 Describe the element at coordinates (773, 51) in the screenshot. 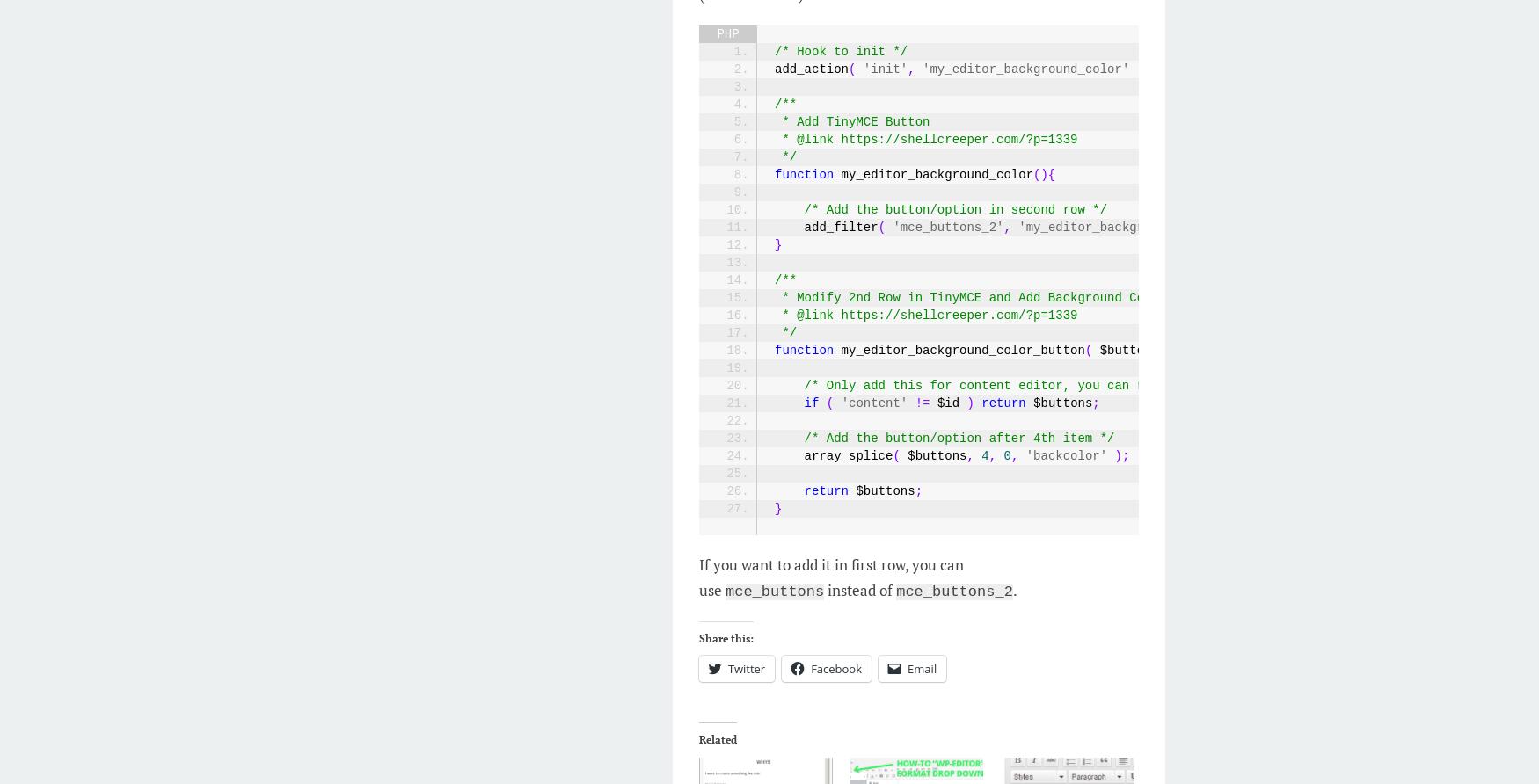

I see `'/* Hook to init */'` at that location.